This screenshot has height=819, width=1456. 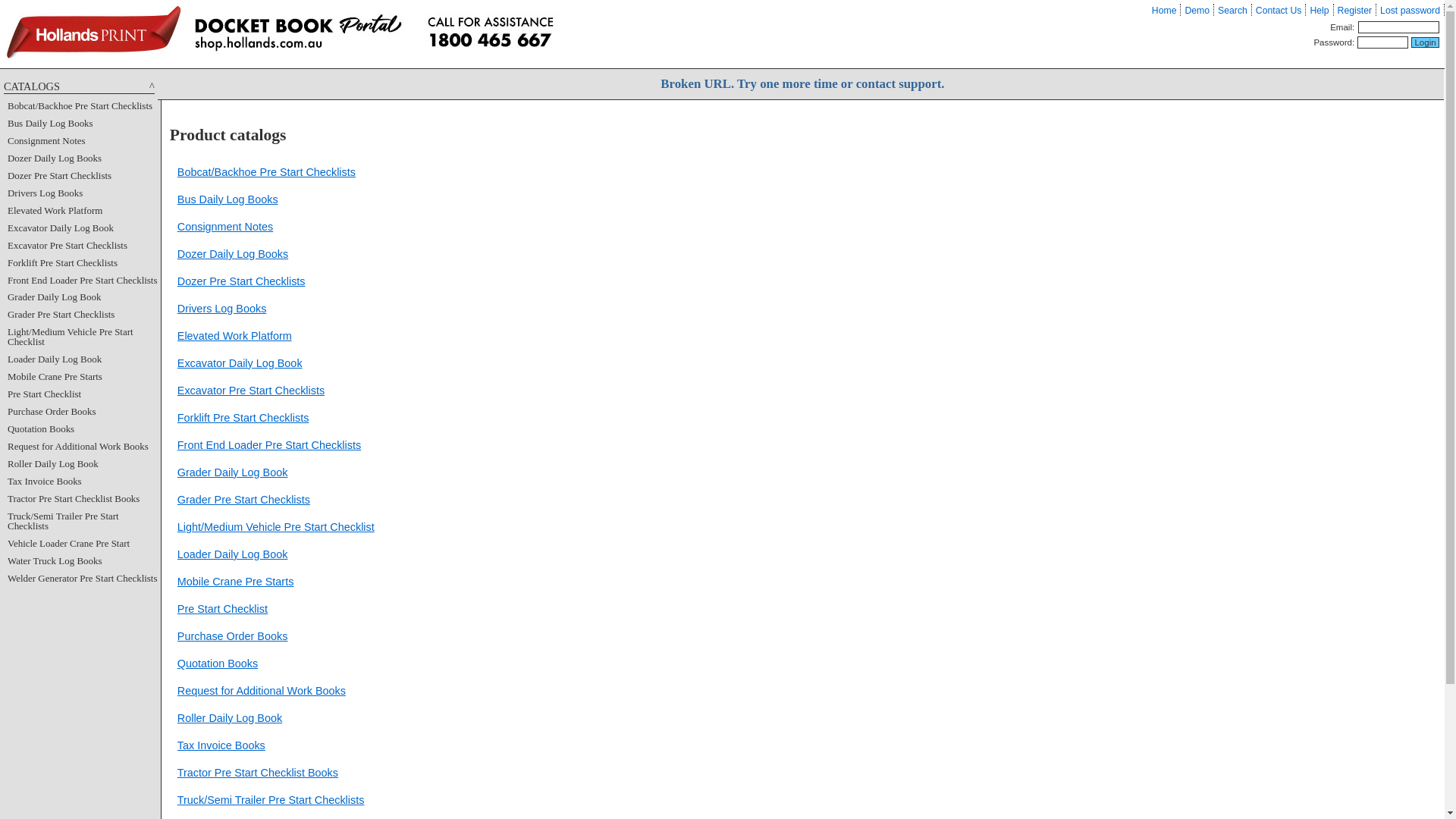 What do you see at coordinates (240, 281) in the screenshot?
I see `'Dozer Pre Start Checklists'` at bounding box center [240, 281].